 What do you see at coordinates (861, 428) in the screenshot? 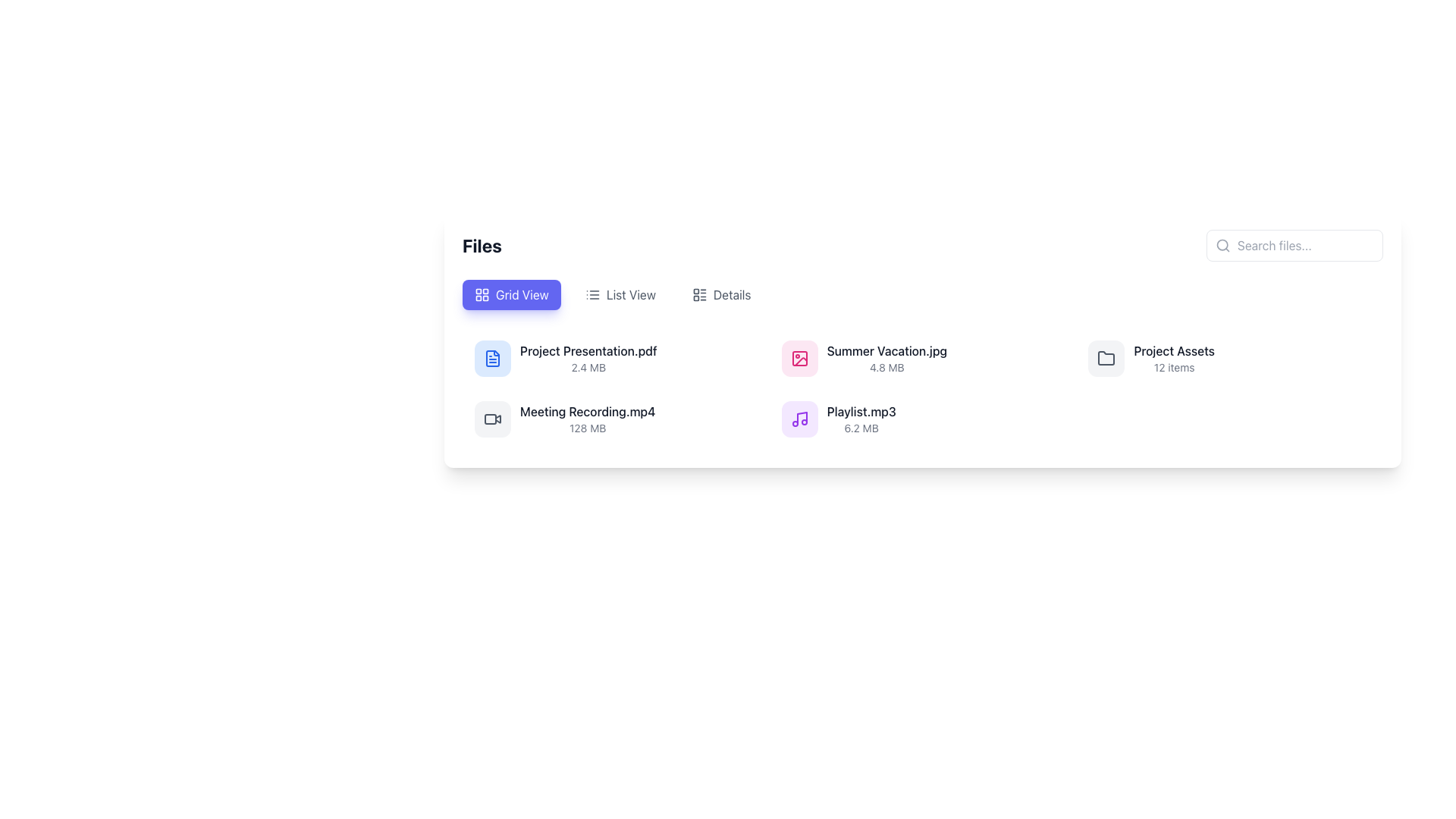
I see `the text label displaying '6.2 MB', which is styled in gray and positioned below the 'Playlist.mp3' label` at bounding box center [861, 428].